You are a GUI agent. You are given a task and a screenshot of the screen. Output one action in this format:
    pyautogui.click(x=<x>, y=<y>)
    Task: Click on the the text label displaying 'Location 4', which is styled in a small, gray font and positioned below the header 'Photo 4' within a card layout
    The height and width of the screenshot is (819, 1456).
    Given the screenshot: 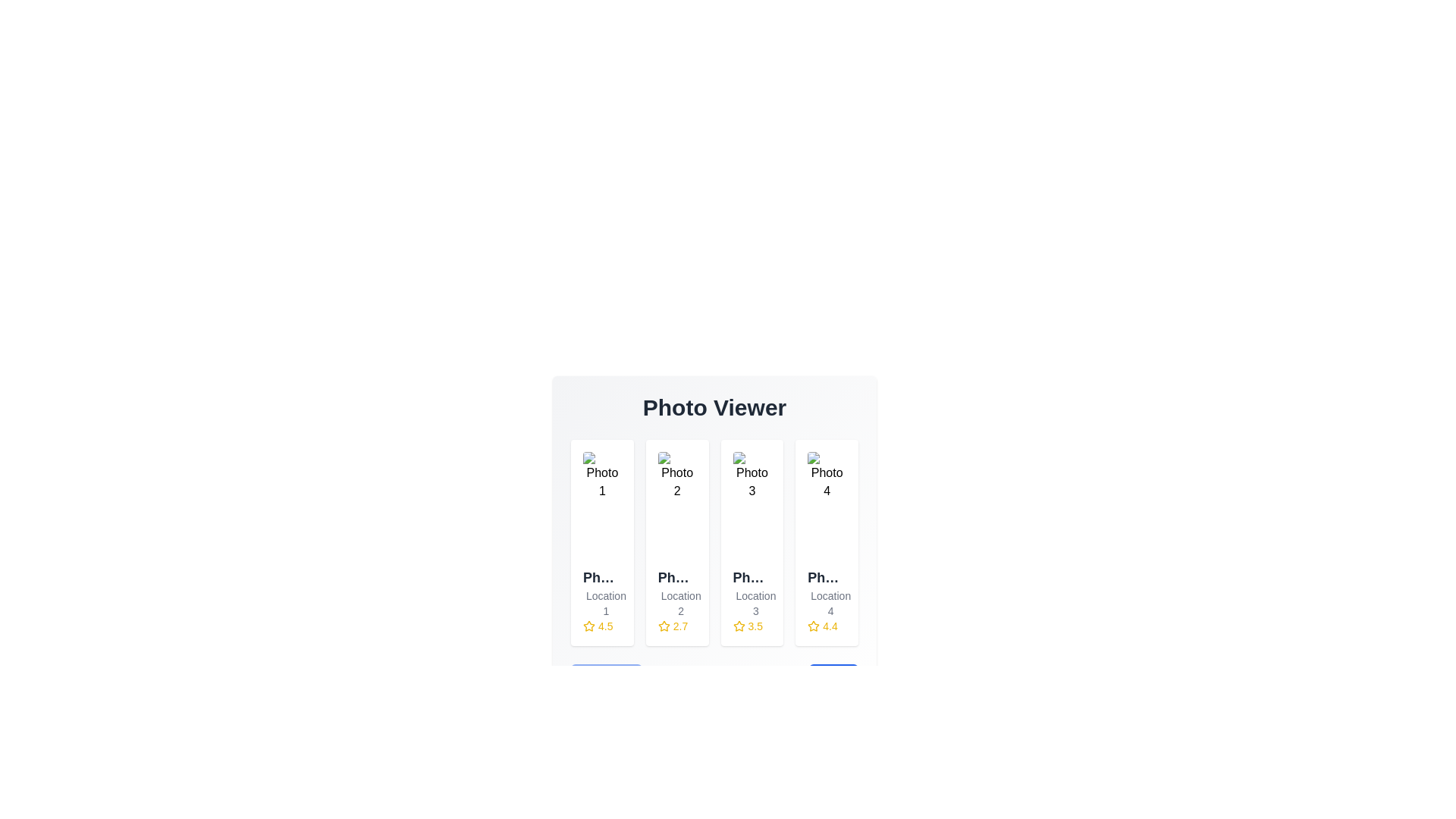 What is the action you would take?
    pyautogui.click(x=826, y=602)
    